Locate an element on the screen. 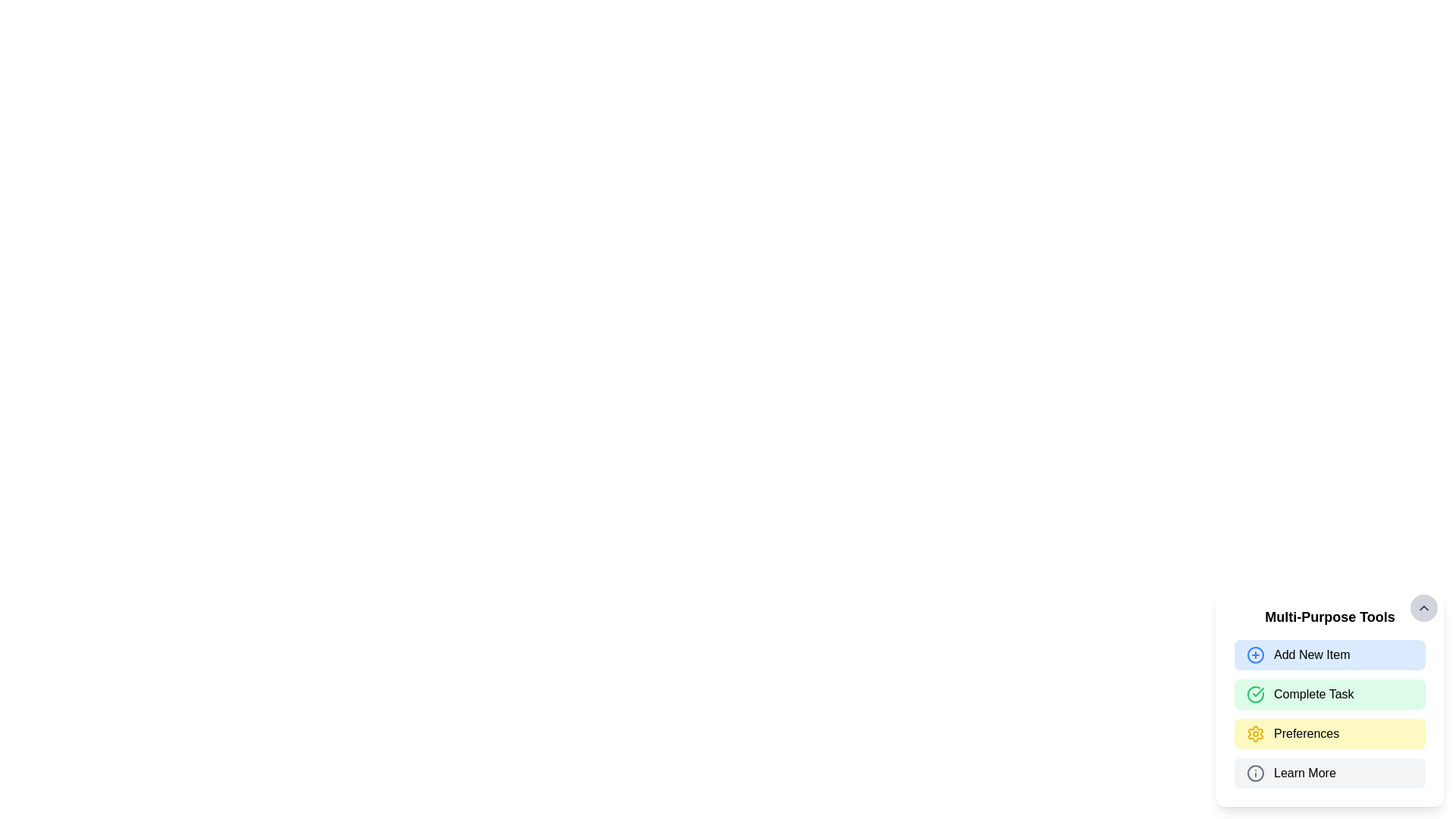 This screenshot has height=819, width=1456. the 'Preferences' label, which is a textual label with black text on a yellow background, located in the third item of a vertical list inside a sidebar is located at coordinates (1306, 733).